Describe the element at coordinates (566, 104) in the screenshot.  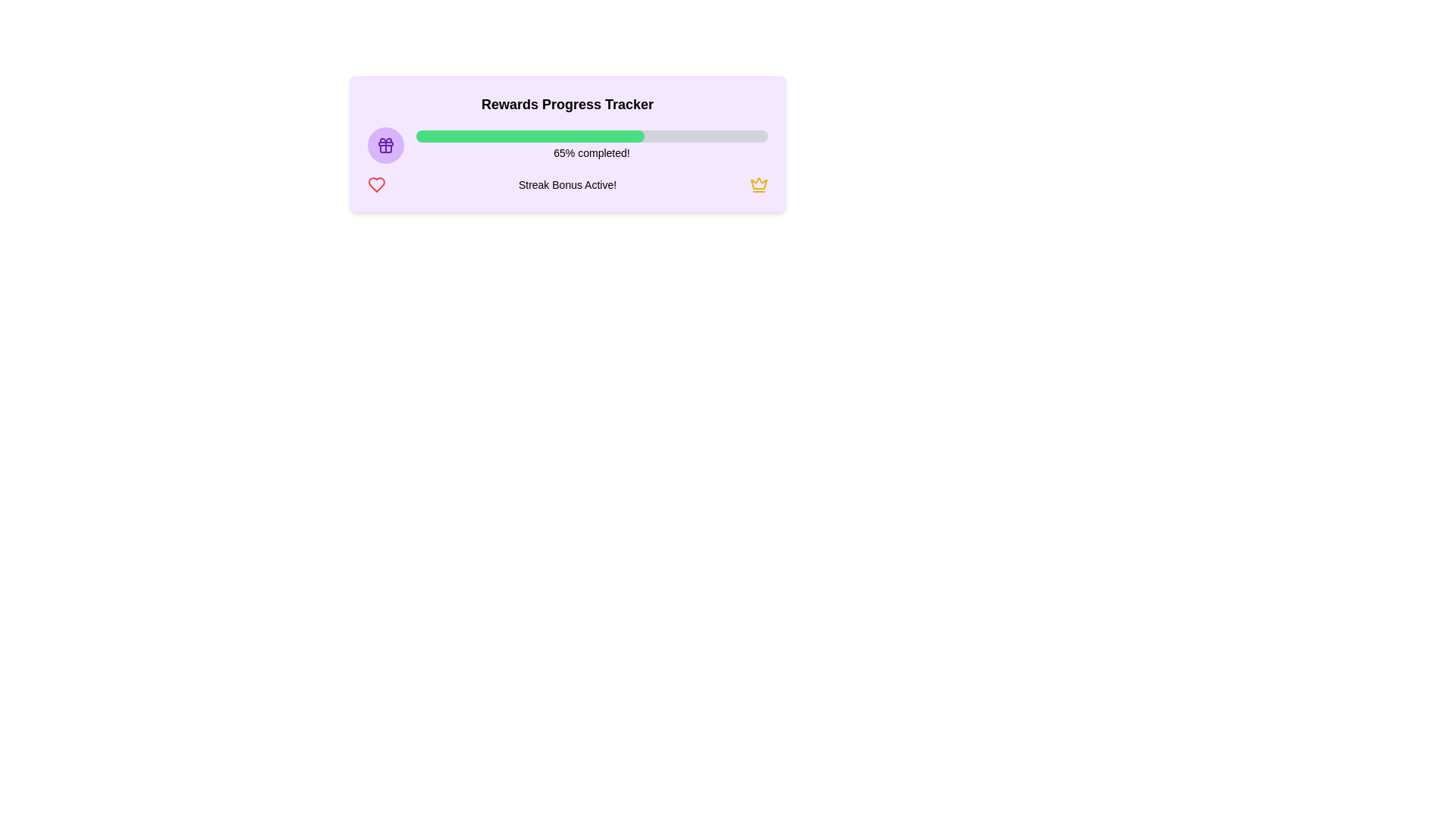
I see `the title text indicating the purpose of the content below it, which relates to tracking rewards progress` at that location.